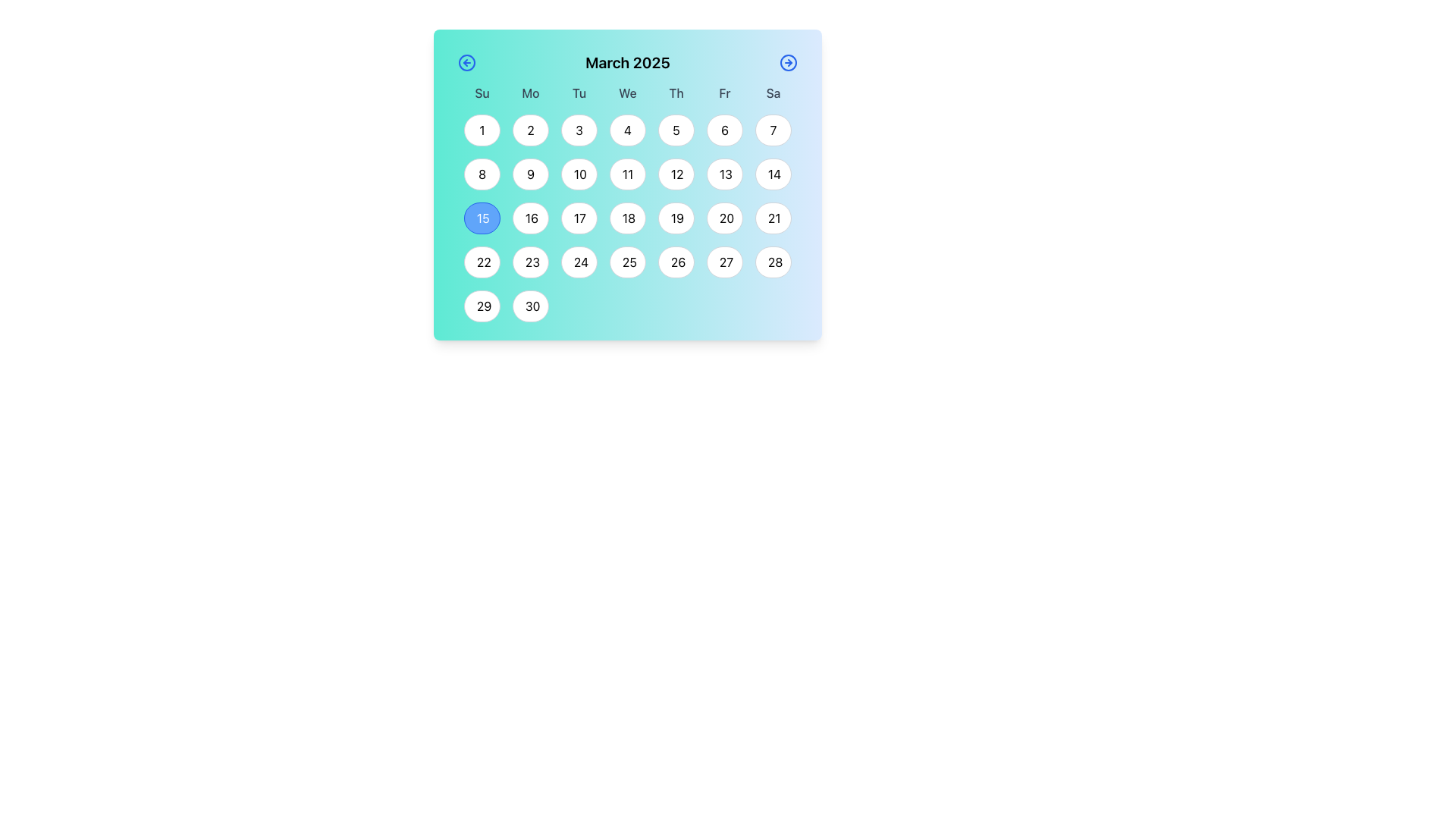 The width and height of the screenshot is (1456, 819). Describe the element at coordinates (531, 130) in the screenshot. I see `the circular button displaying the number '2' located under 'Mo' in the calendar grid` at that location.